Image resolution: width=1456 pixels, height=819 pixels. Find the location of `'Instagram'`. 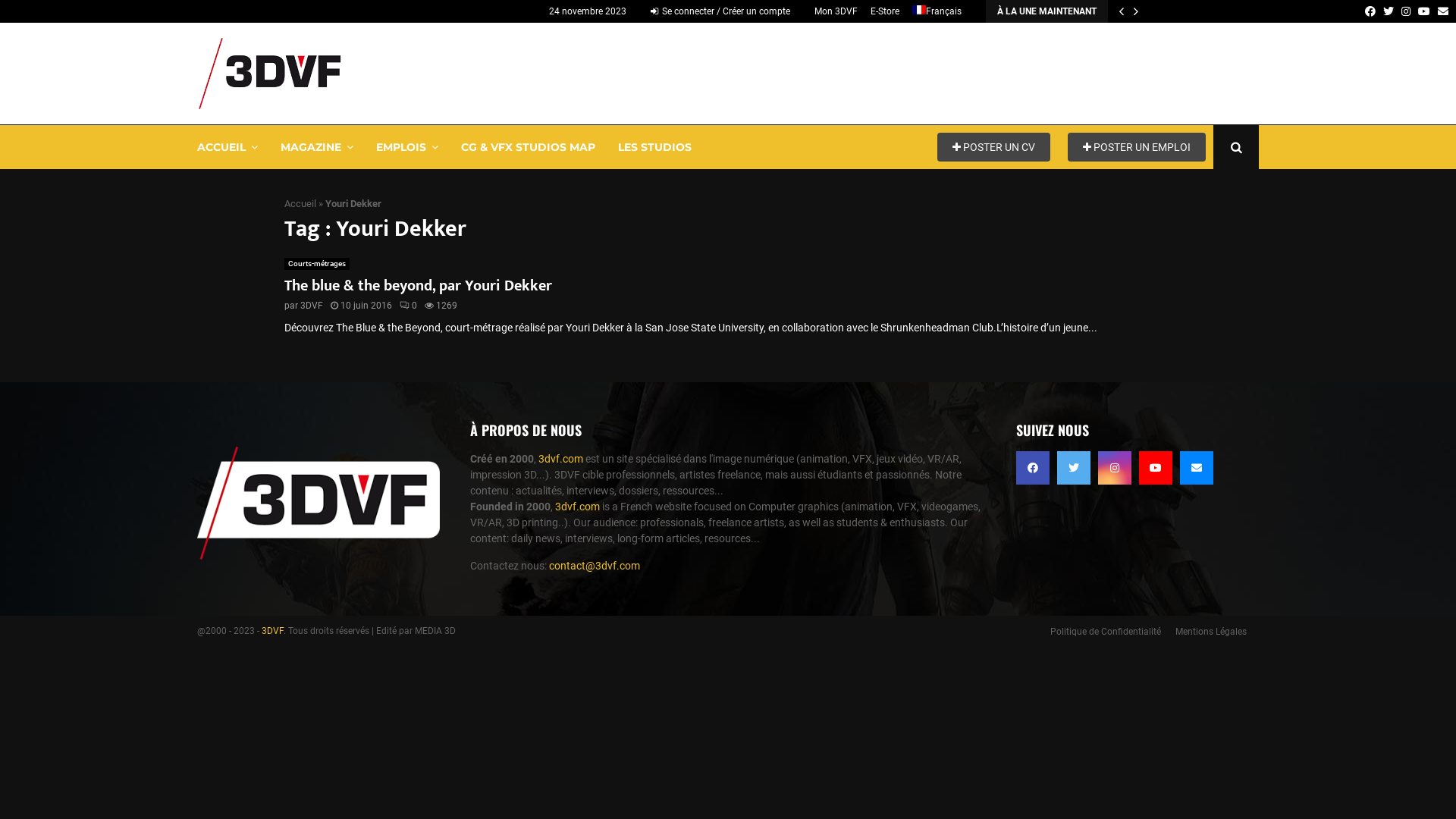

'Instagram' is located at coordinates (1114, 467).